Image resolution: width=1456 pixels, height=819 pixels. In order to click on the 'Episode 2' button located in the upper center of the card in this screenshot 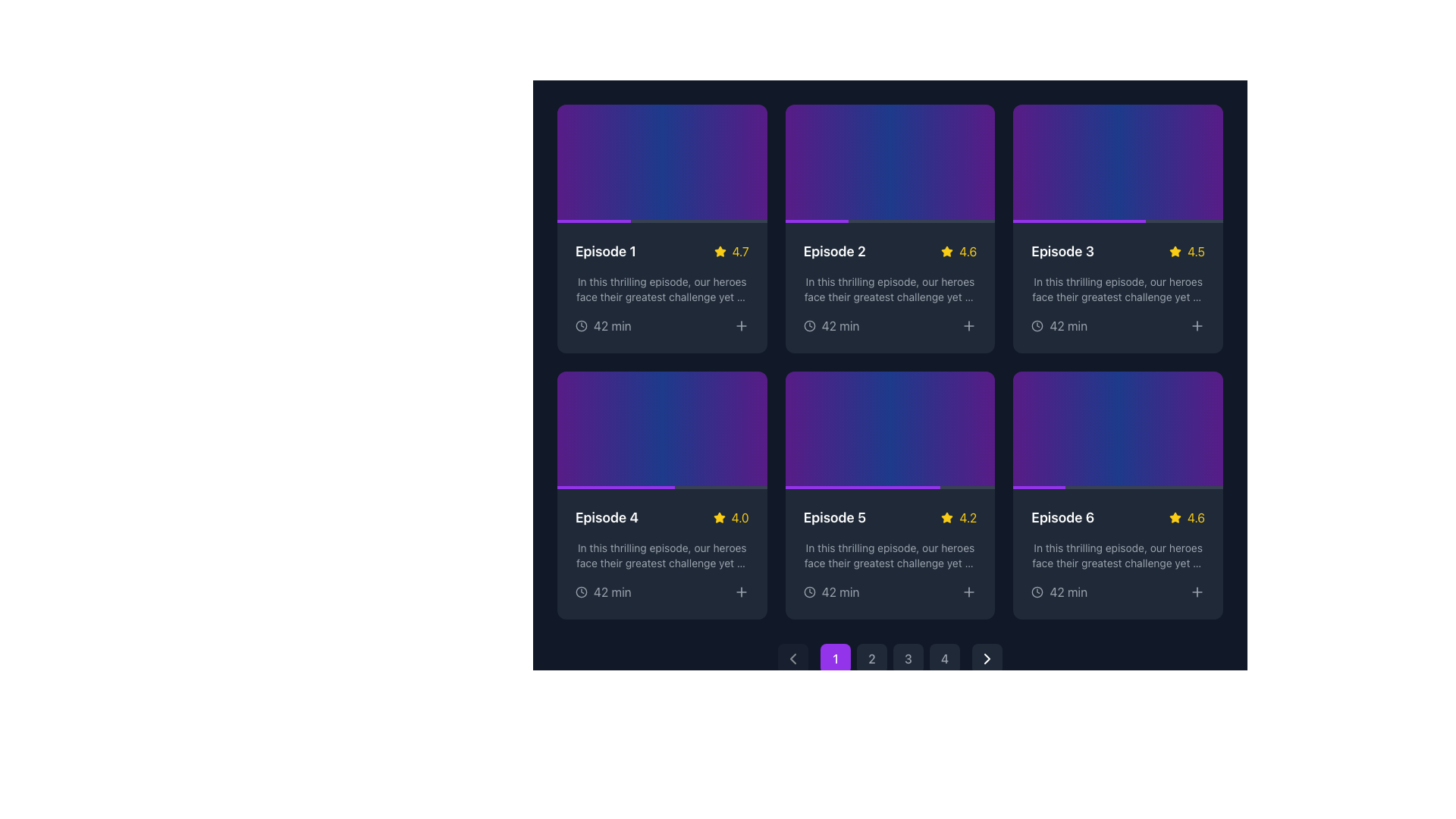, I will do `click(890, 163)`.